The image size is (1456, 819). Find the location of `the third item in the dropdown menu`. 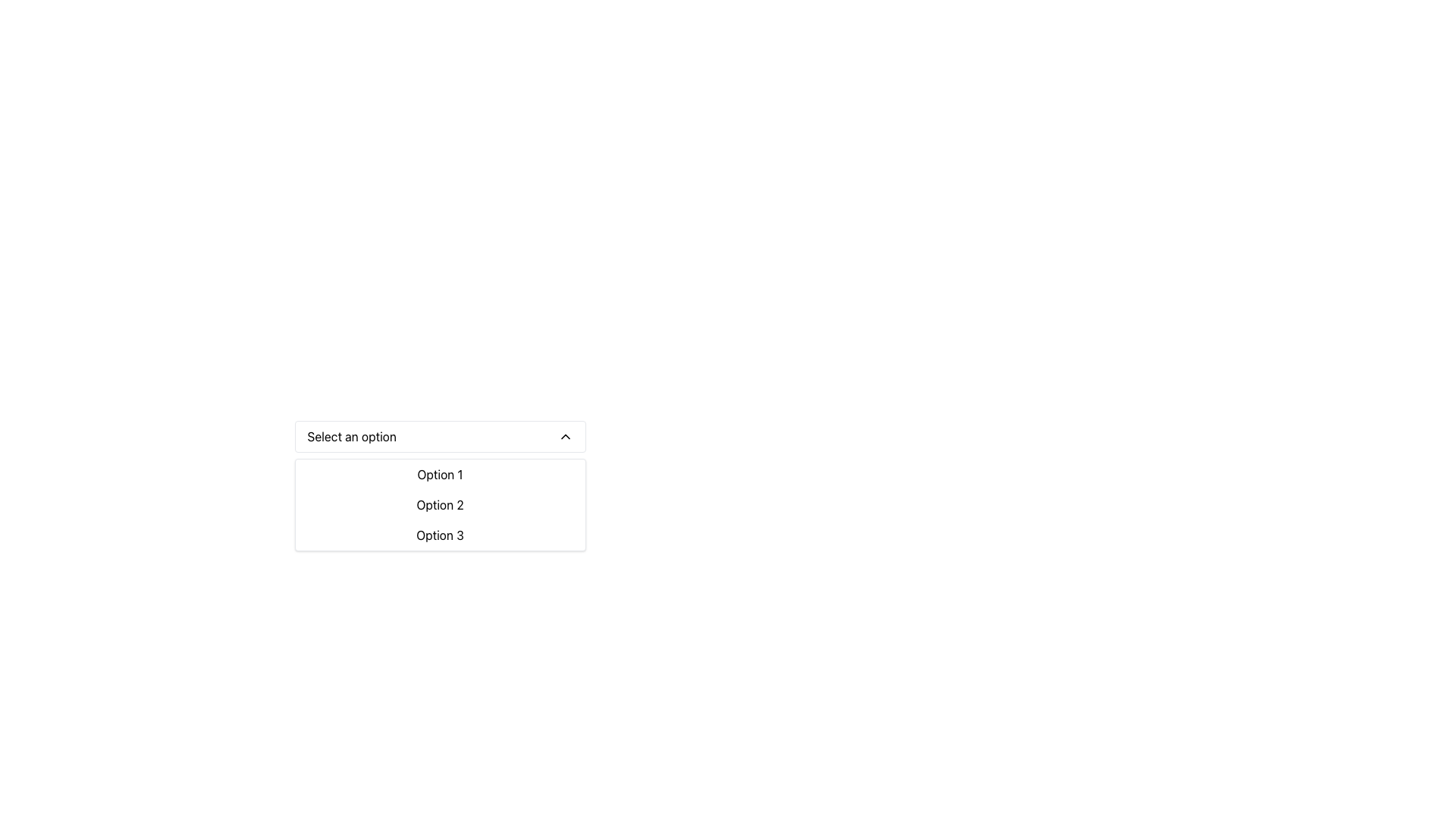

the third item in the dropdown menu is located at coordinates (439, 534).